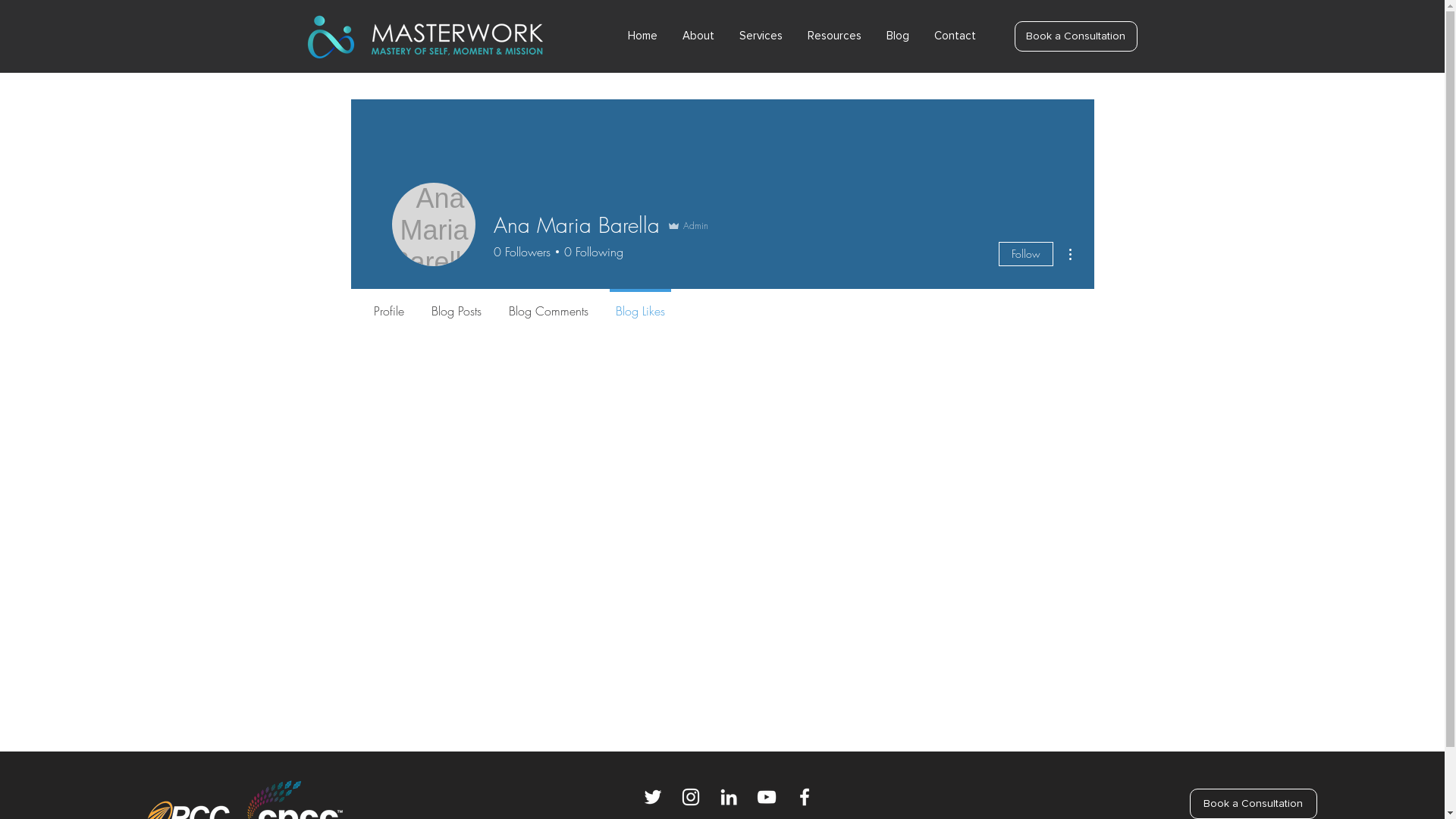 The image size is (1456, 819). What do you see at coordinates (1025, 253) in the screenshot?
I see `'Follow'` at bounding box center [1025, 253].